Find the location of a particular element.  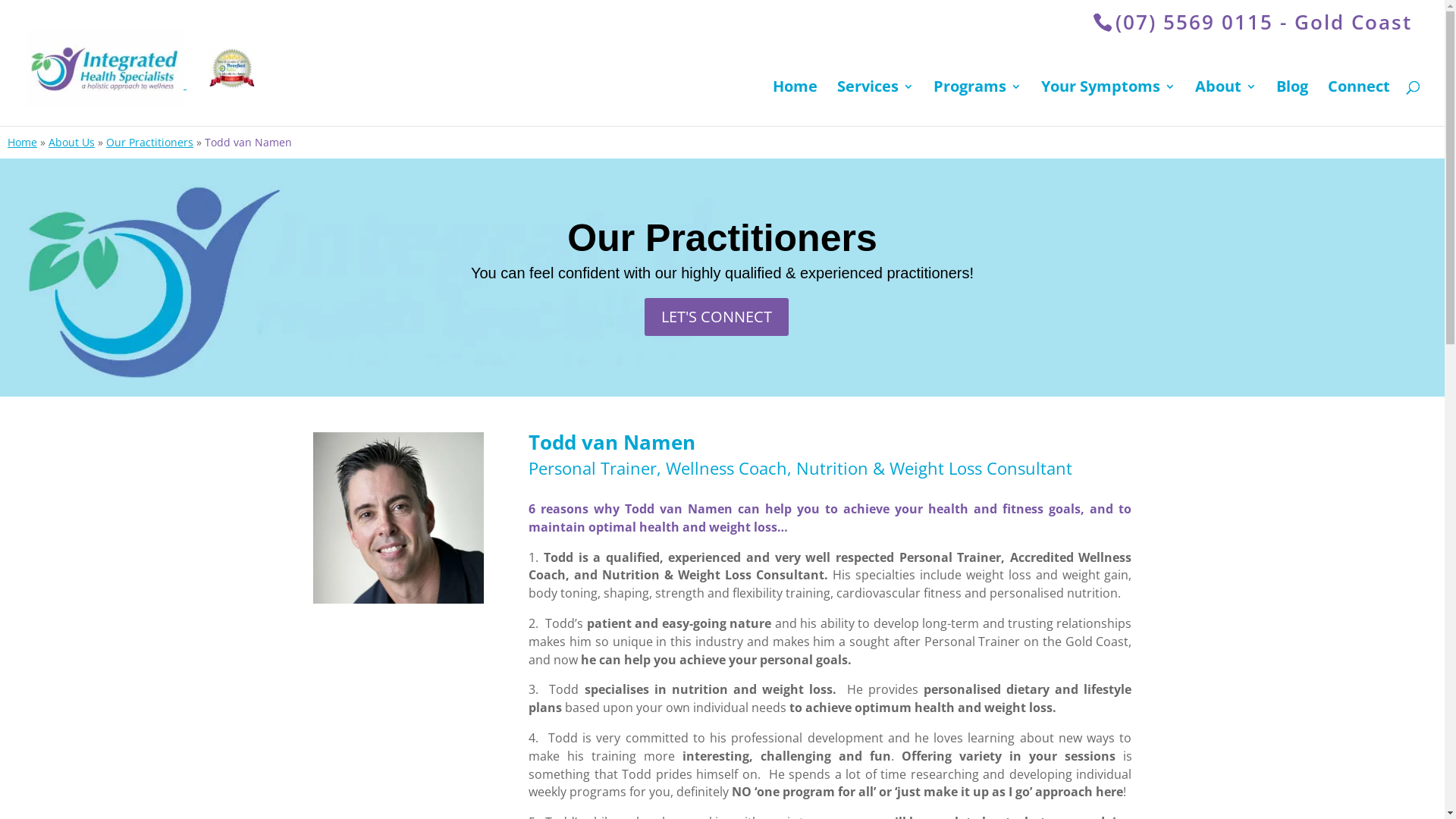

'LET'S CONNECT' is located at coordinates (716, 315).